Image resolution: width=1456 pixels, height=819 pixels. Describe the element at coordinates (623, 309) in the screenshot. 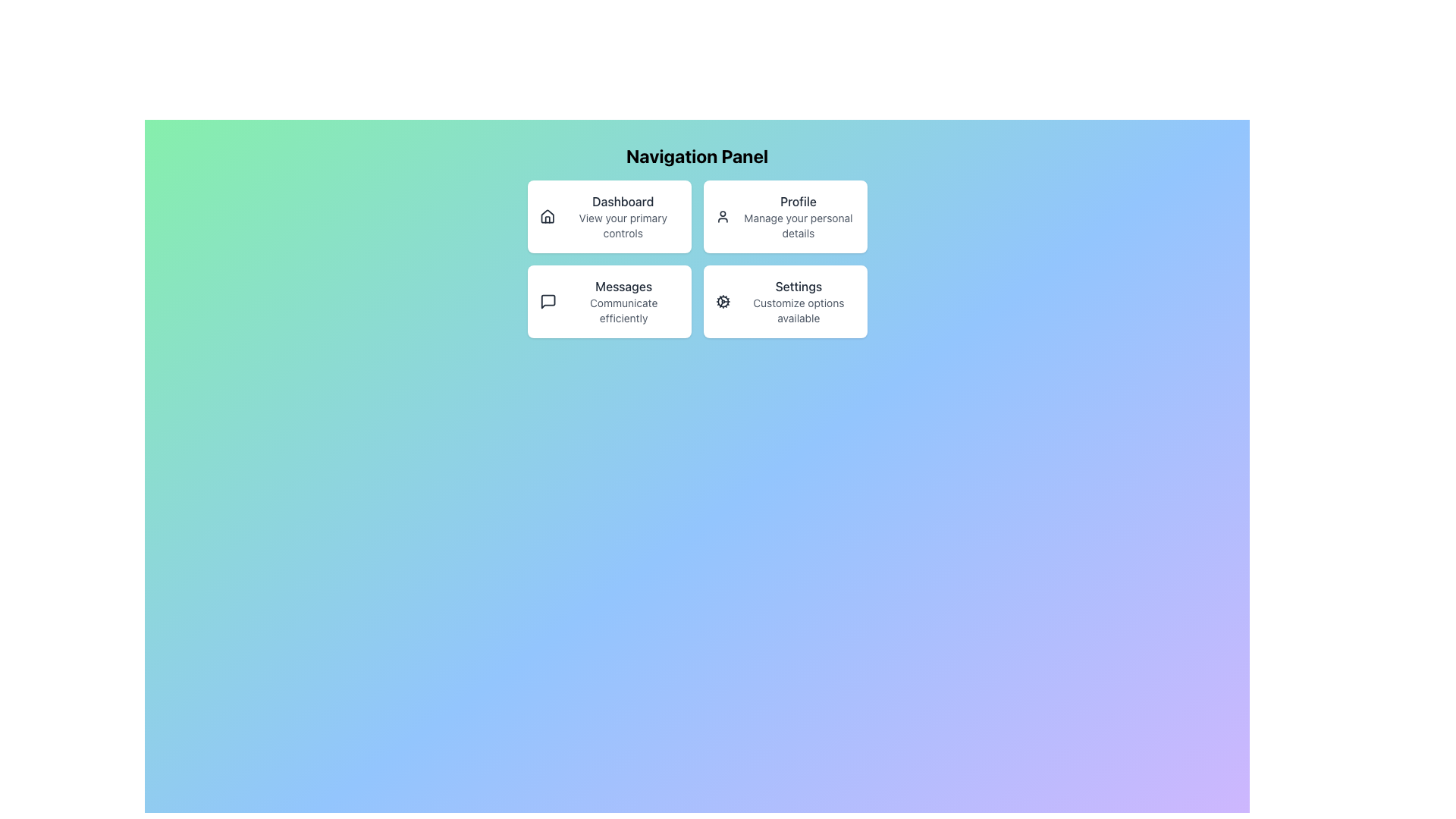

I see `the text element displaying 'Communicate efficiently' located below the 'Messages' heading in the lower section of the 'Messages' box` at that location.